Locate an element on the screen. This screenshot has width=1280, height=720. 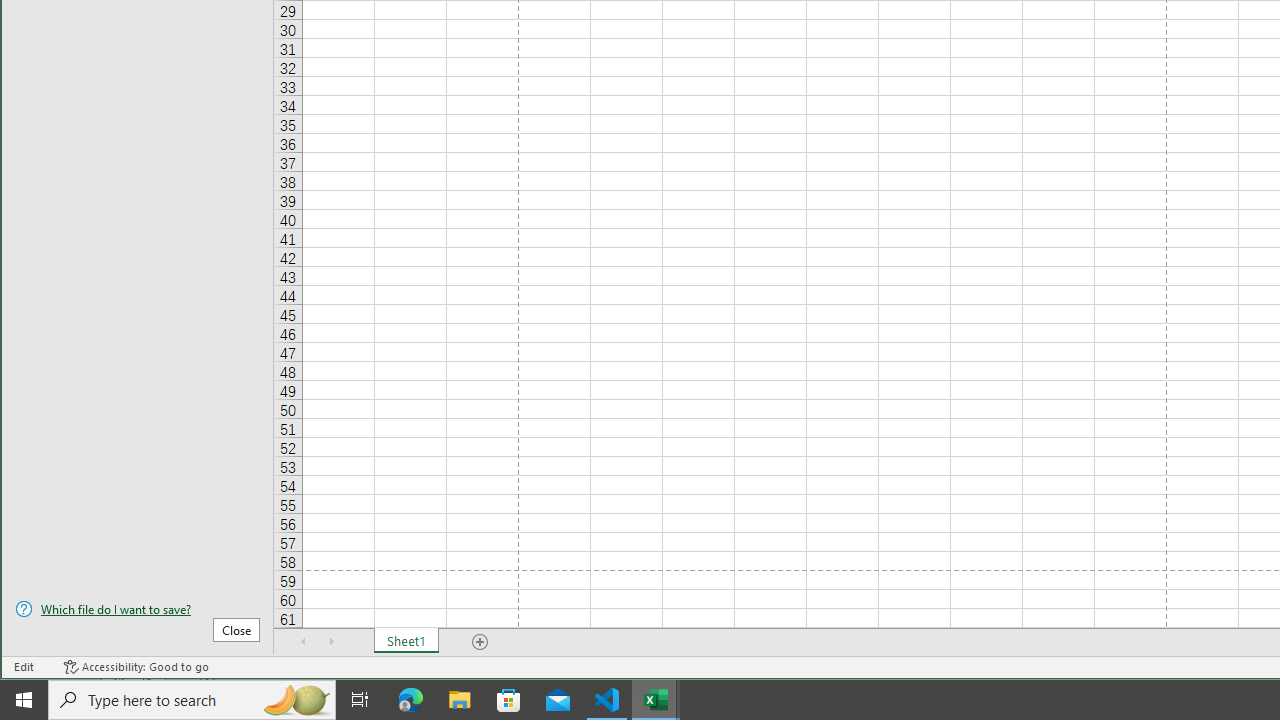
'Search highlights icon opens search home window' is located at coordinates (294, 698).